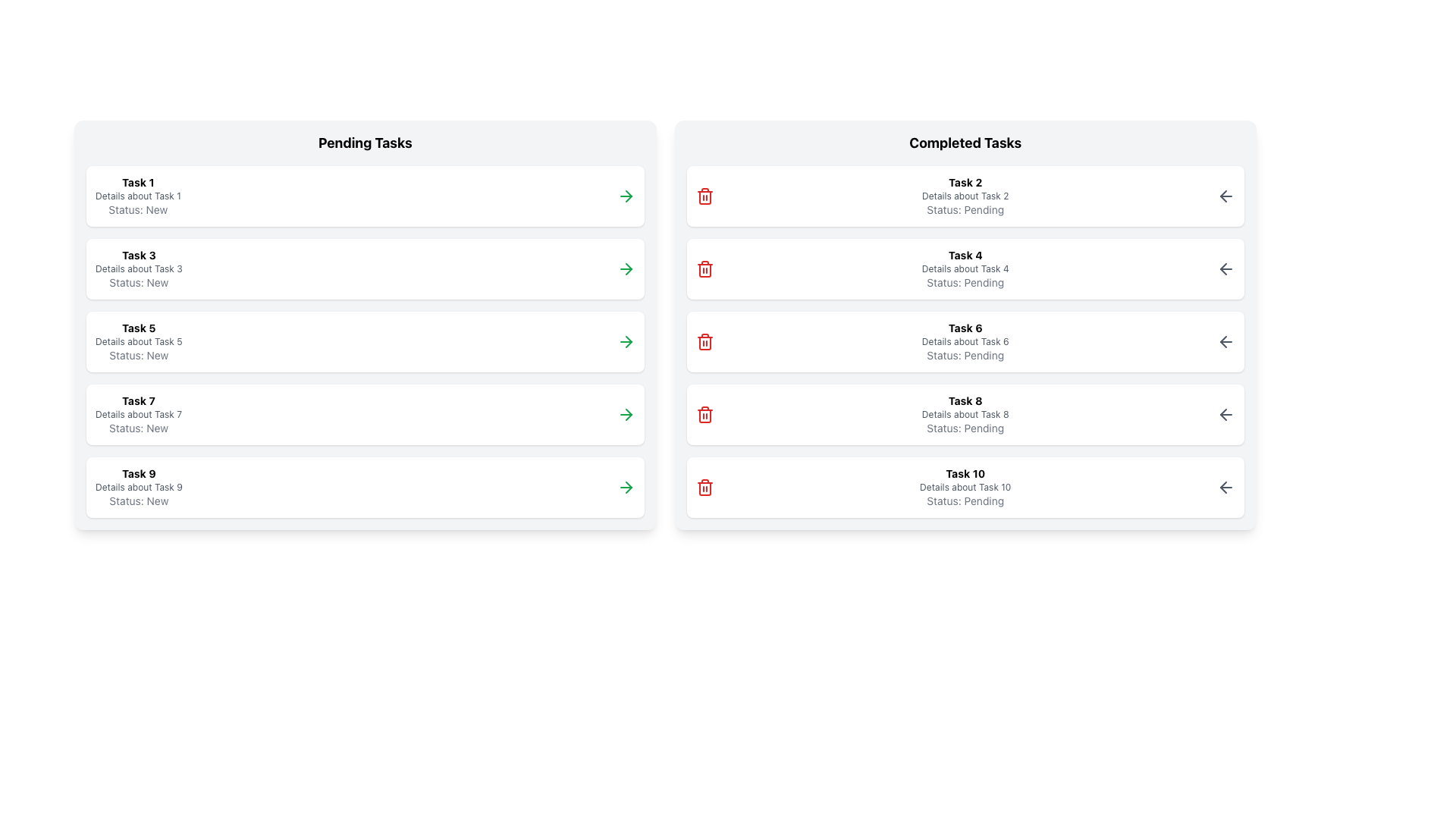 This screenshot has width=1456, height=819. I want to click on the red trash icon located, so click(704, 195).